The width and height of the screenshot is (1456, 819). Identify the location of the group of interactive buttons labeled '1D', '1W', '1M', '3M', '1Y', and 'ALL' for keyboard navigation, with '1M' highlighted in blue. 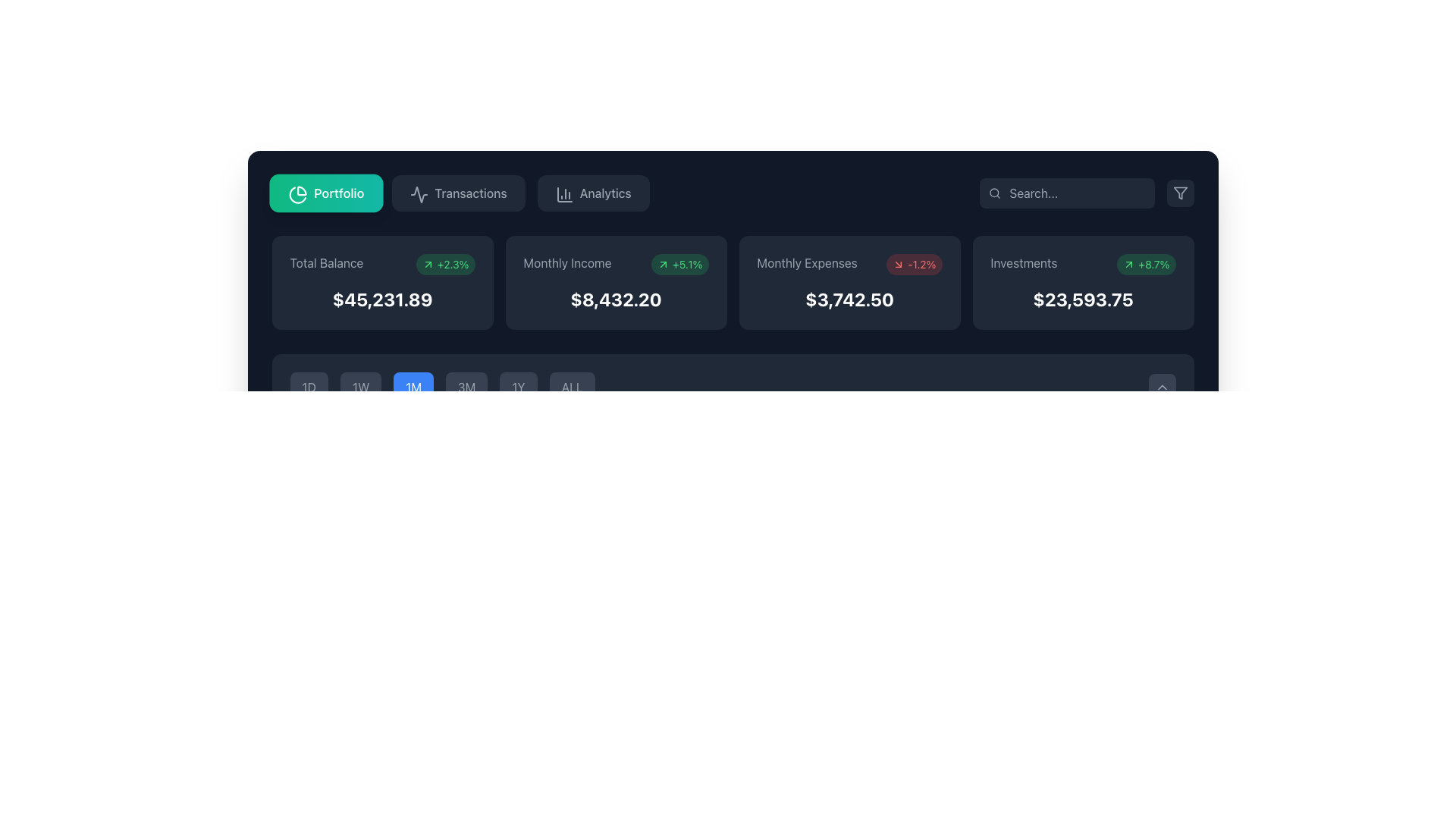
(733, 386).